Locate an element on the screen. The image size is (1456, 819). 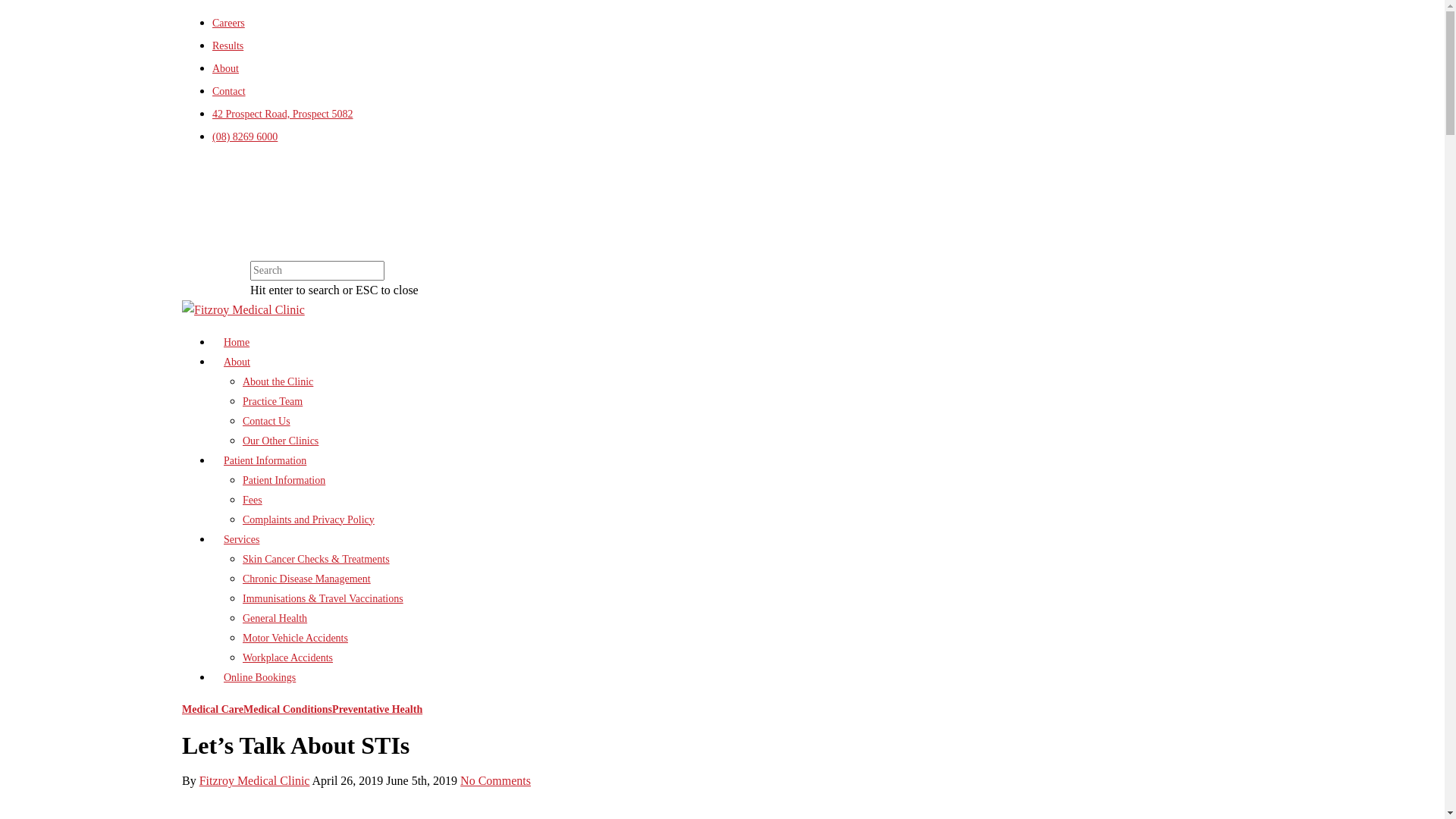
'Preventative Health' is located at coordinates (377, 709).